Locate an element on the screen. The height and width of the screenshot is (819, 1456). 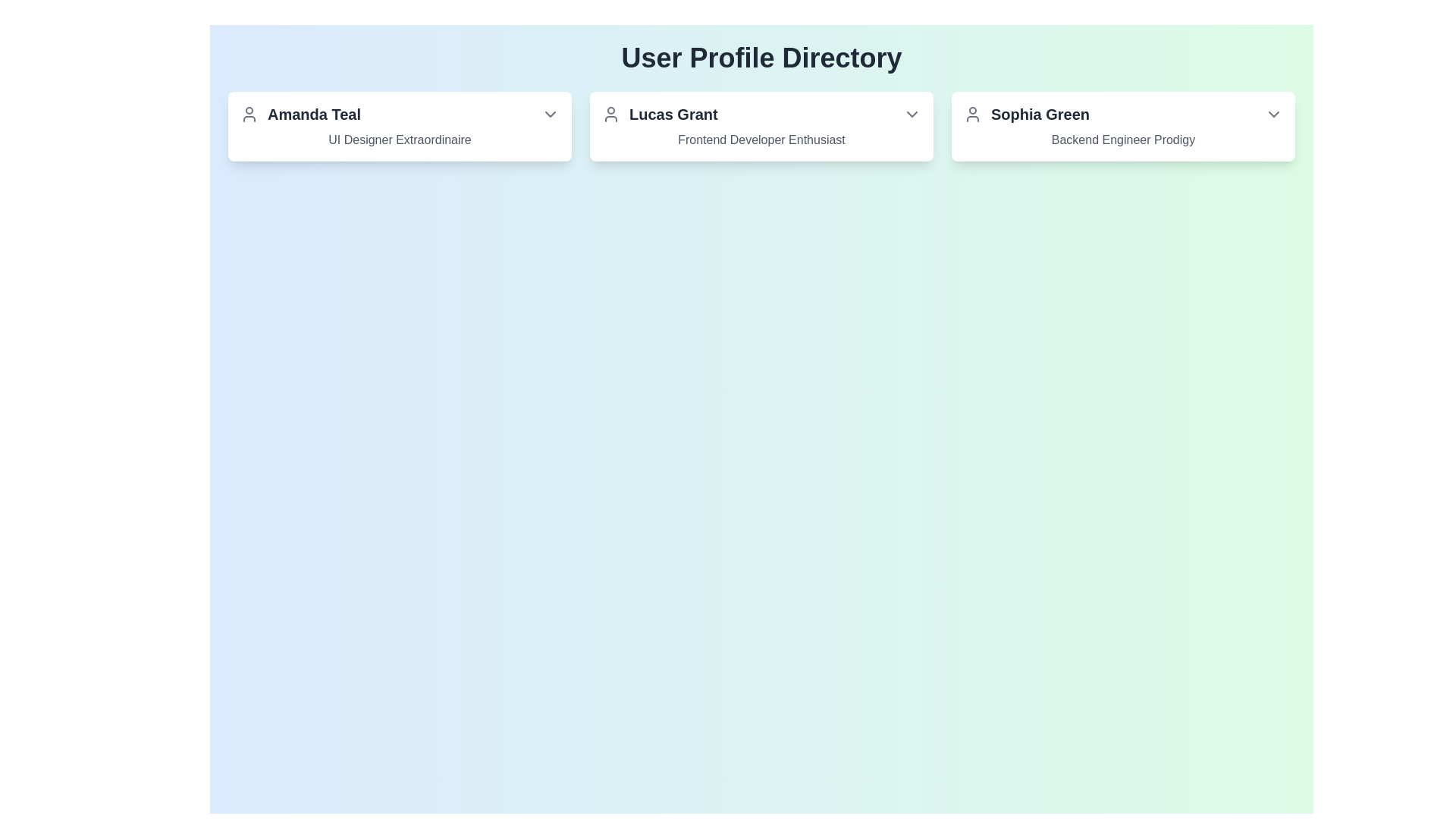
the user icon for Amanda Teal is located at coordinates (249, 113).